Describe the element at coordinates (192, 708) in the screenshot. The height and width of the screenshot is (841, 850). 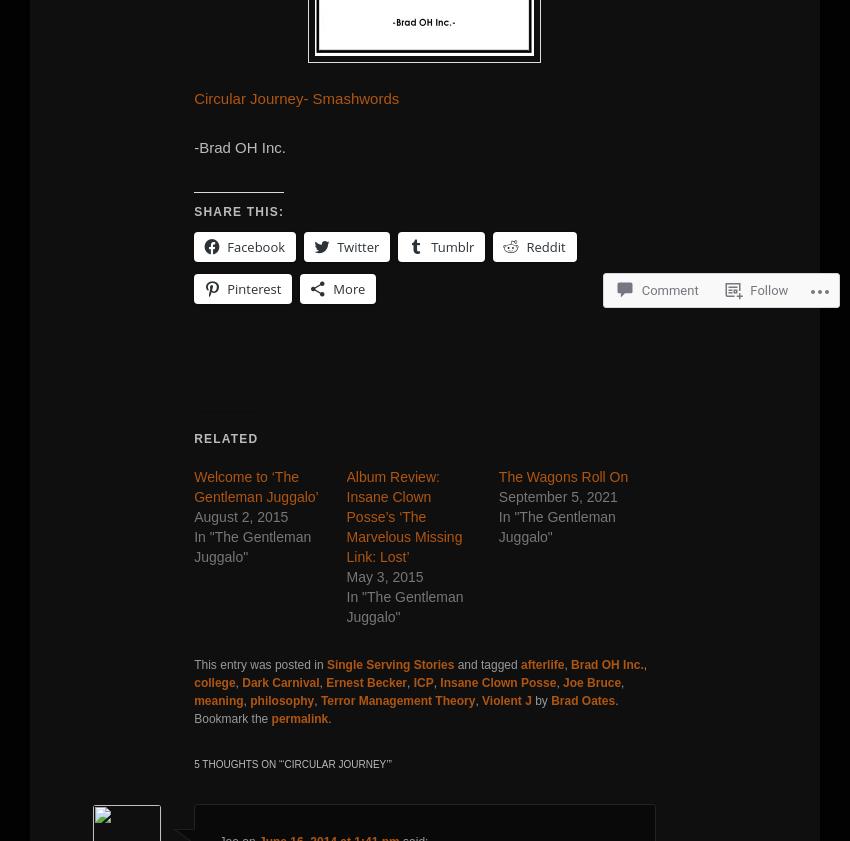
I see `'. Bookmark the'` at that location.